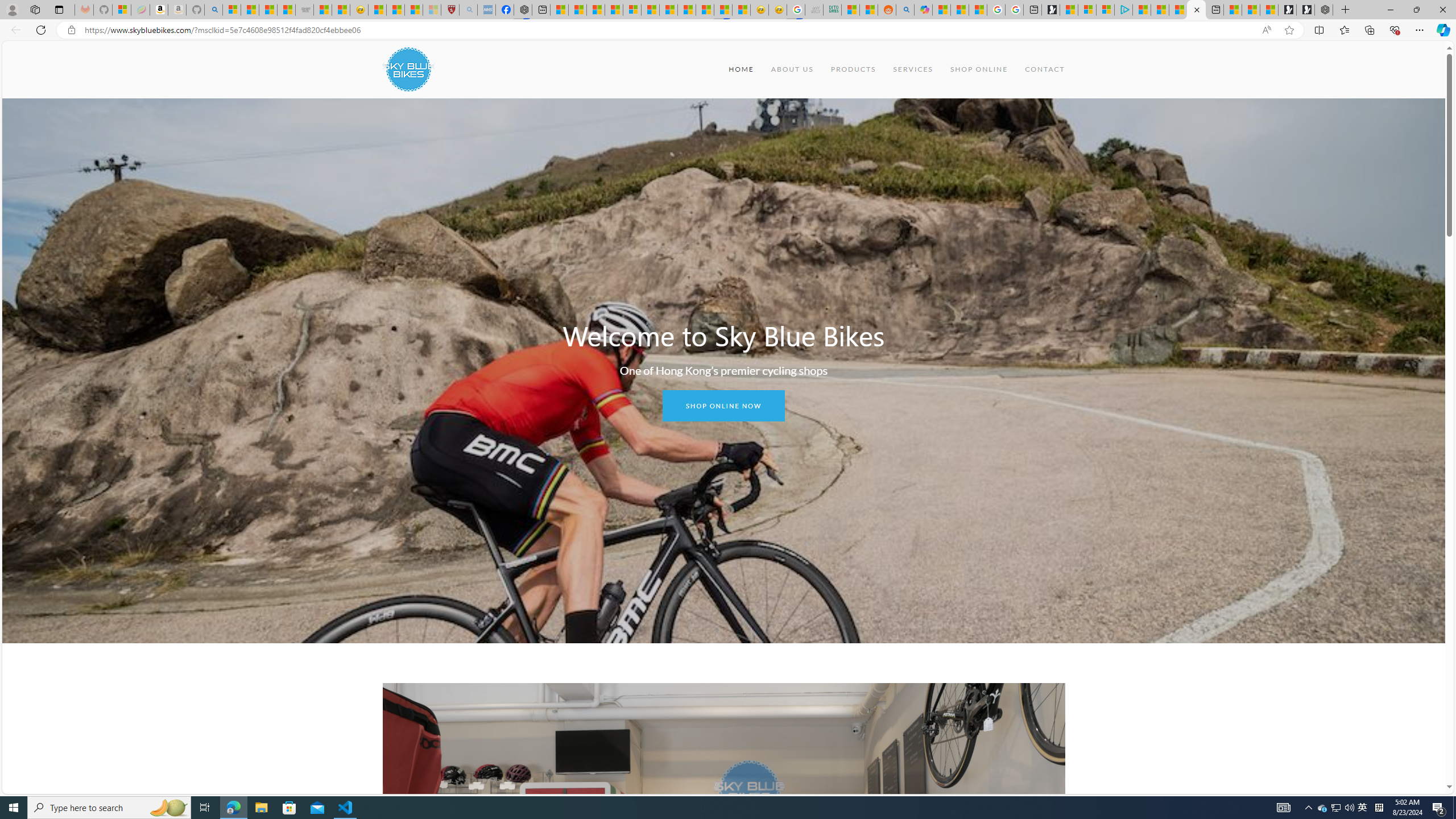 The image size is (1456, 819). Describe the element at coordinates (304, 9) in the screenshot. I see `'Combat Siege'` at that location.